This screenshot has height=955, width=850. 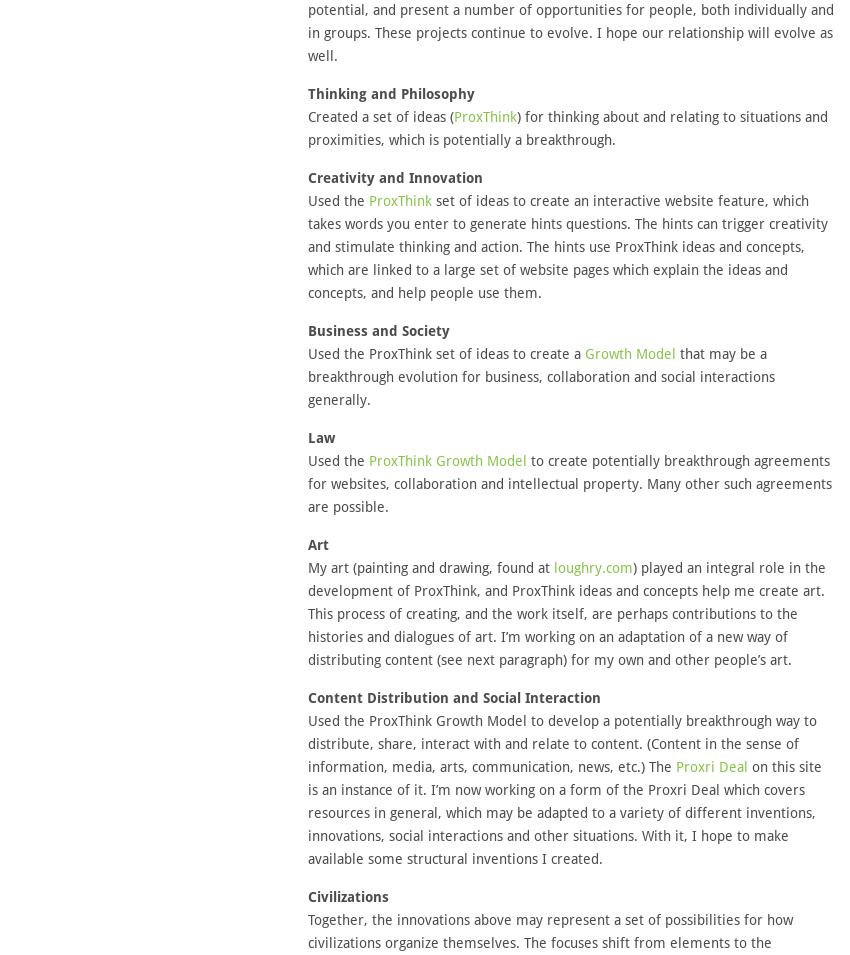 I want to click on 'ProxThink Growth Model', so click(x=446, y=459).